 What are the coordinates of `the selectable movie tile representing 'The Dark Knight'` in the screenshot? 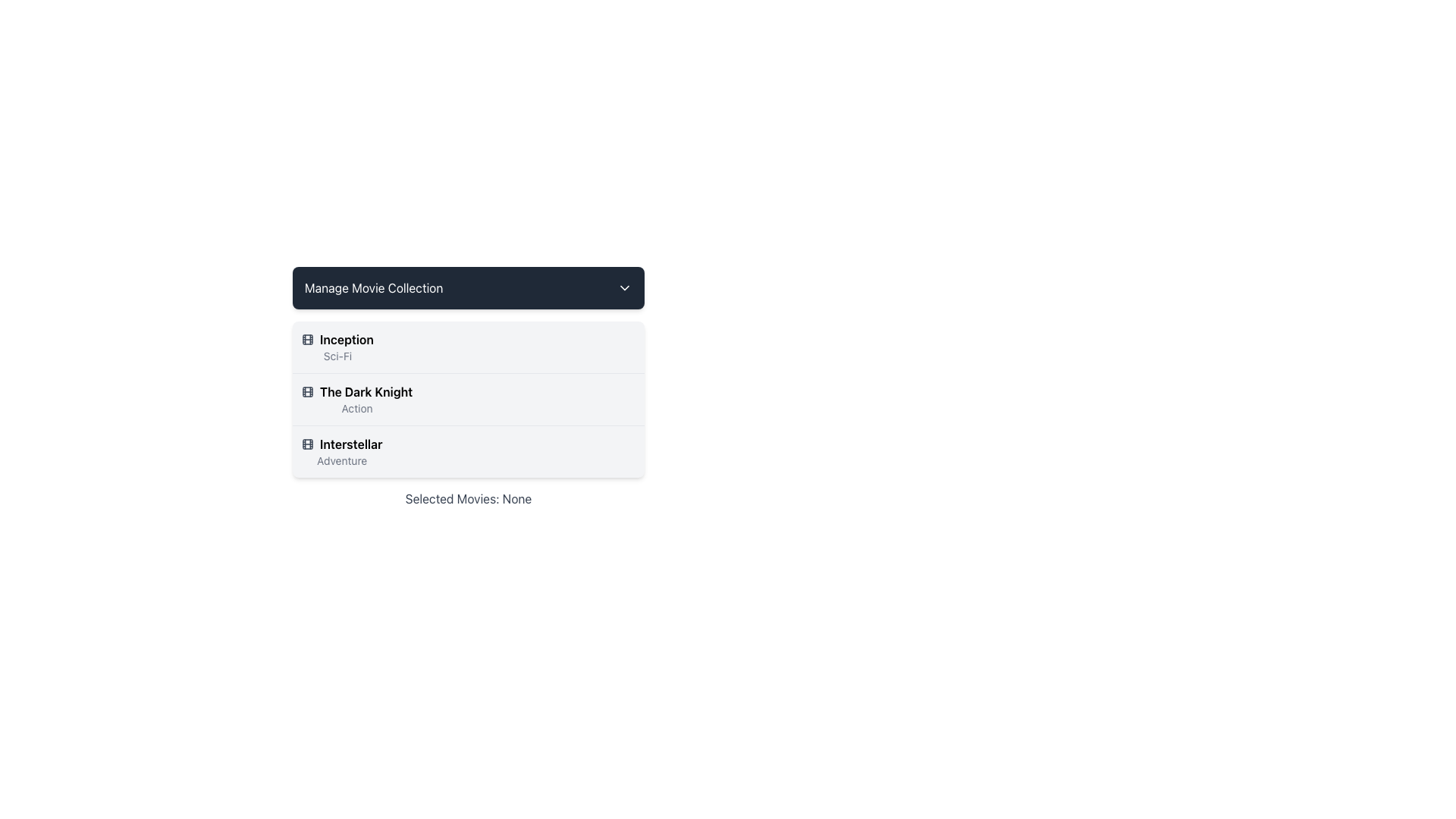 It's located at (468, 397).